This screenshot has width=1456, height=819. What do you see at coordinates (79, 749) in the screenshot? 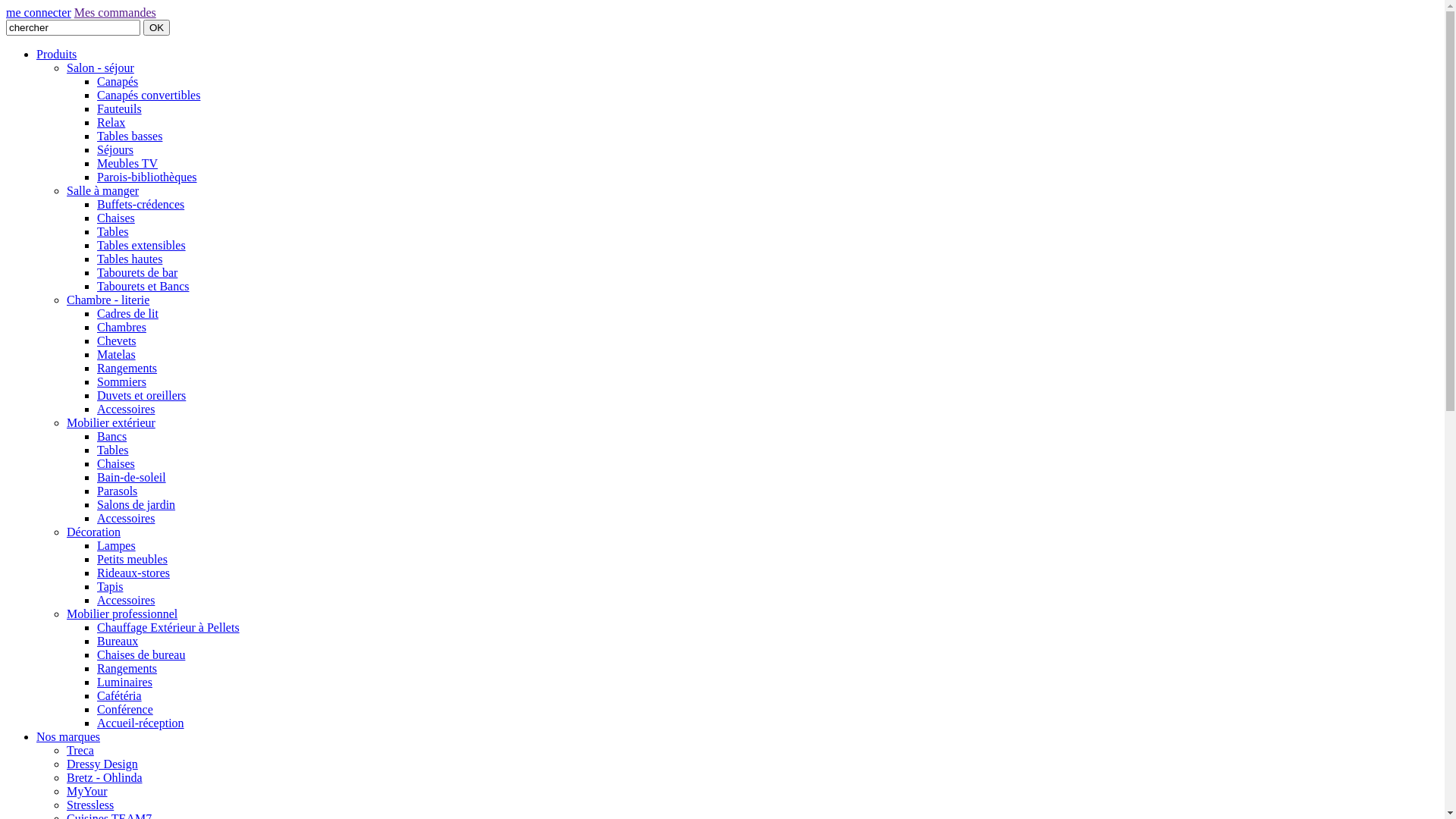
I see `'Treca'` at bounding box center [79, 749].